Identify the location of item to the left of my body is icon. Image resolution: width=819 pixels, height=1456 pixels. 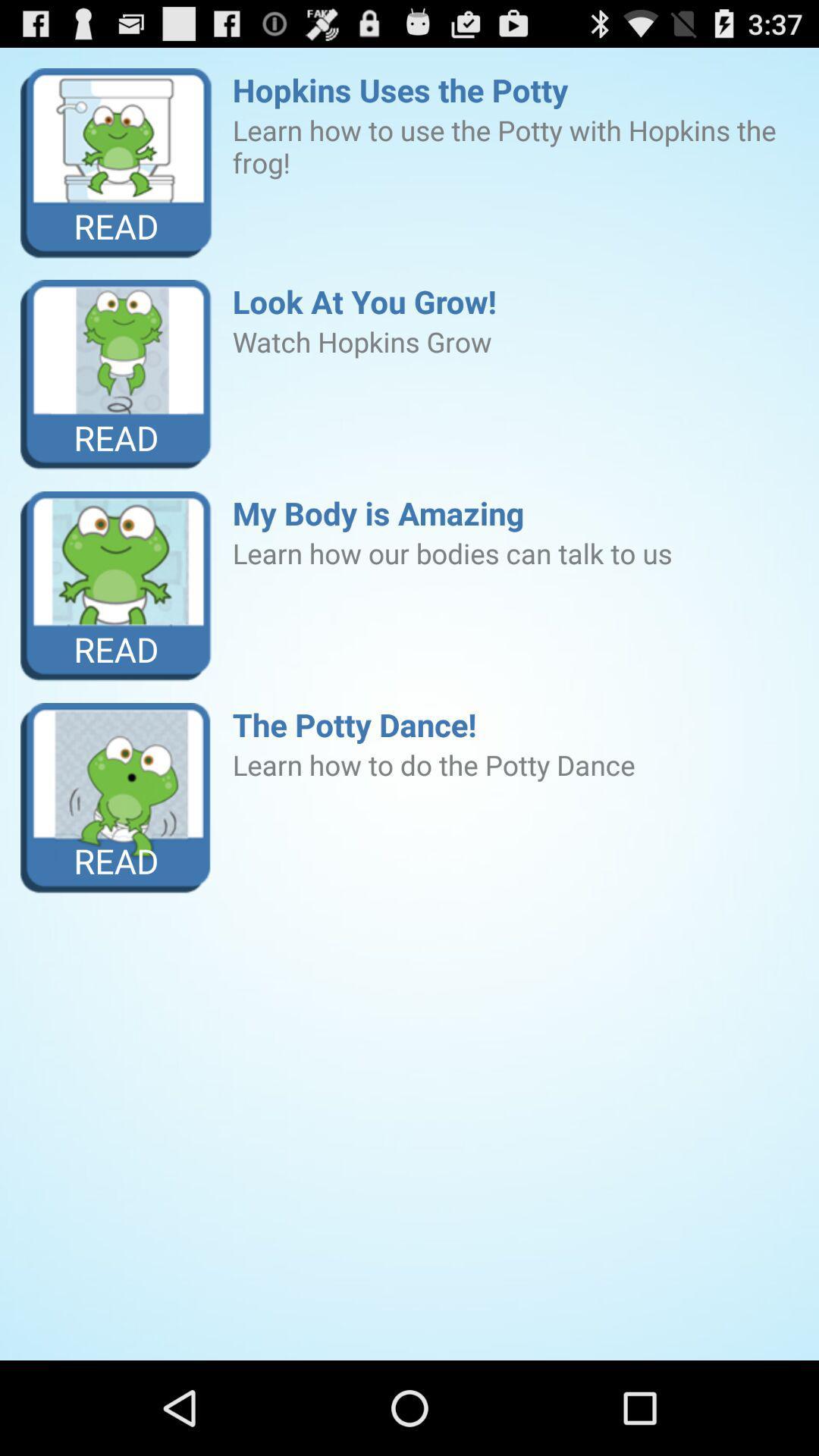
(115, 585).